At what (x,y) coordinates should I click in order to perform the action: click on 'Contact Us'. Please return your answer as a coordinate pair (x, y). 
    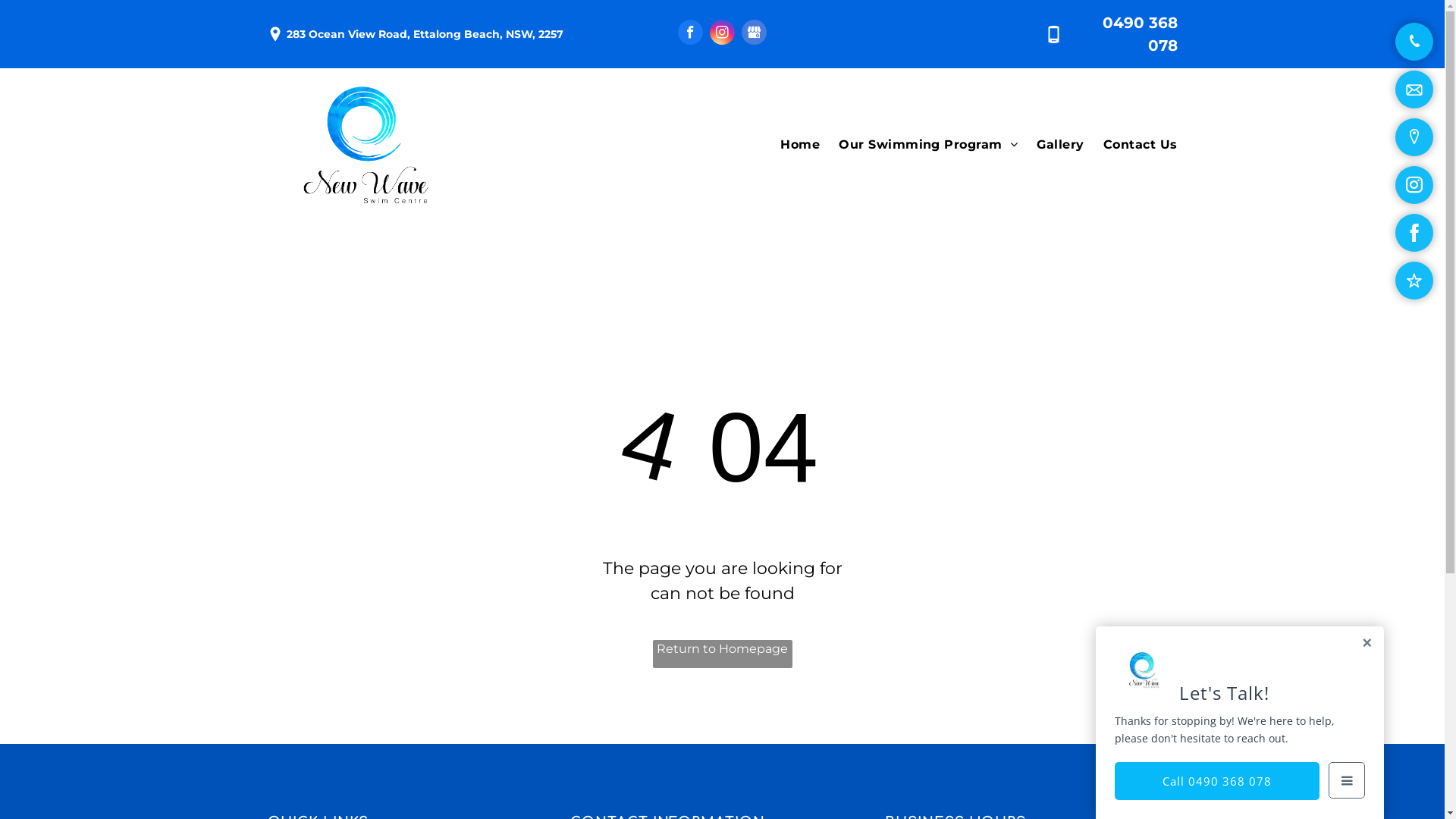
    Looking at the image, I should click on (1084, 145).